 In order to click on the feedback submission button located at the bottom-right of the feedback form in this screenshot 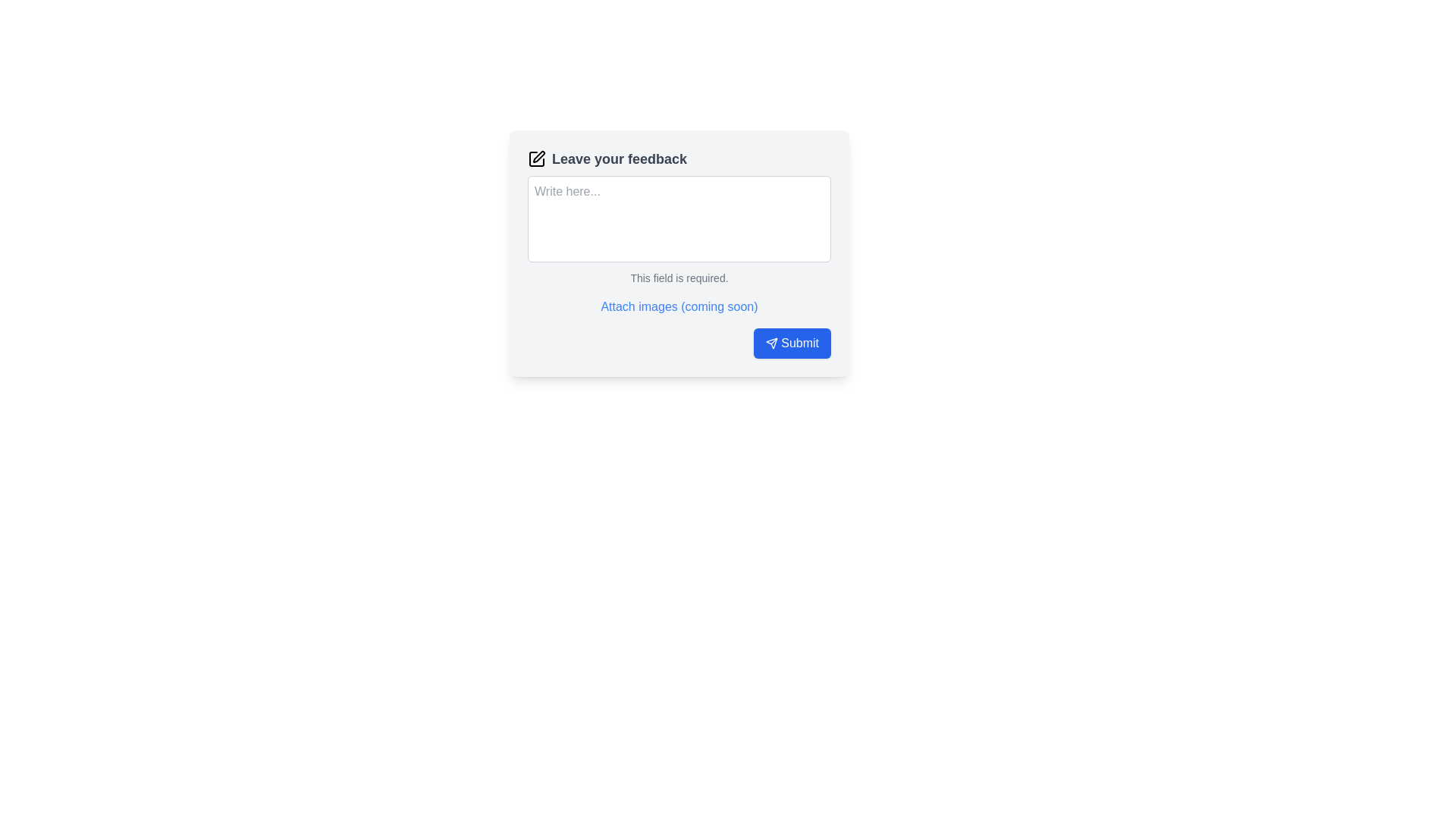, I will do `click(792, 343)`.